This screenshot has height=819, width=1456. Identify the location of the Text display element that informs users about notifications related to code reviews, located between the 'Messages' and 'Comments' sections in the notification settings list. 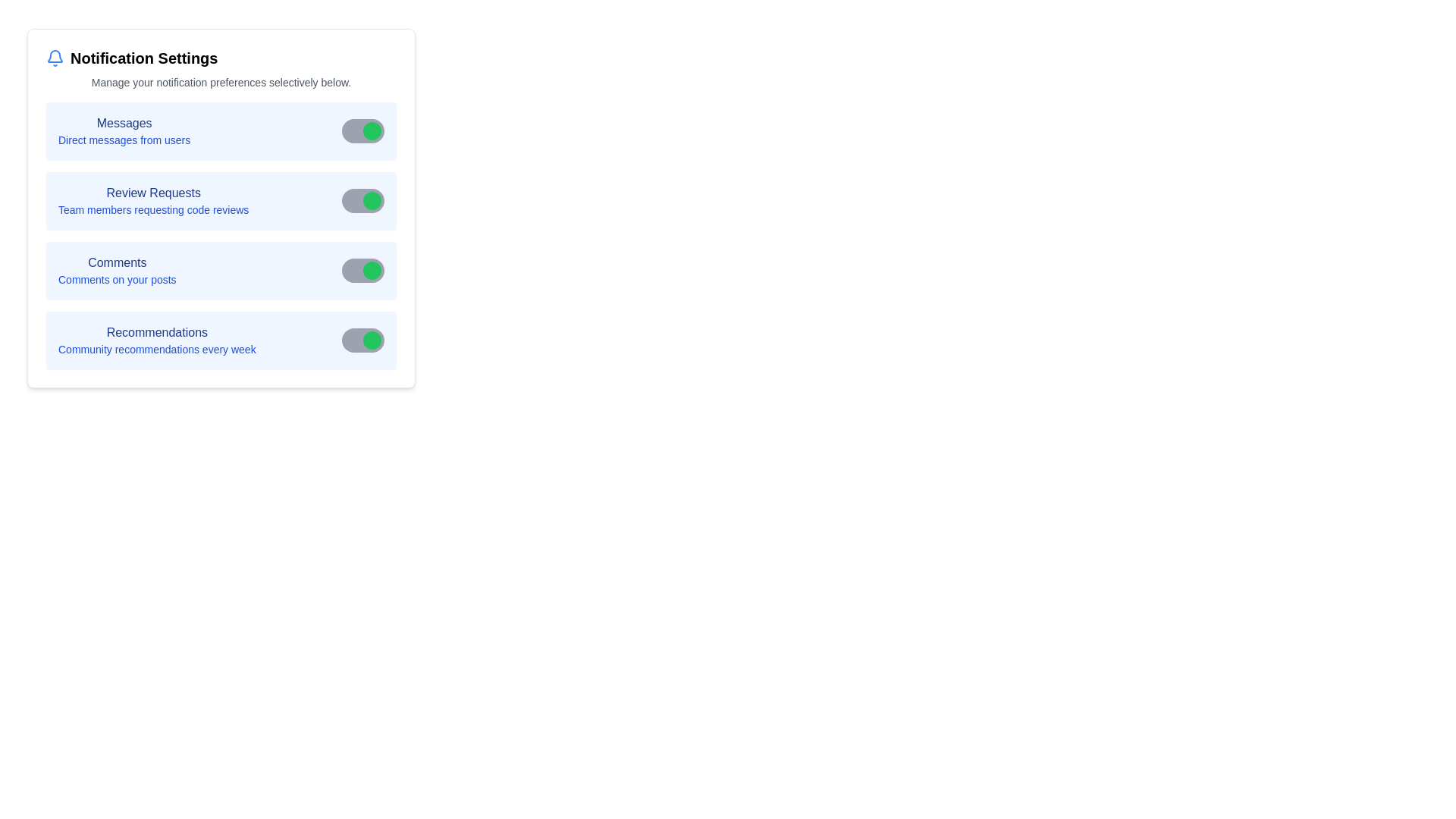
(153, 200).